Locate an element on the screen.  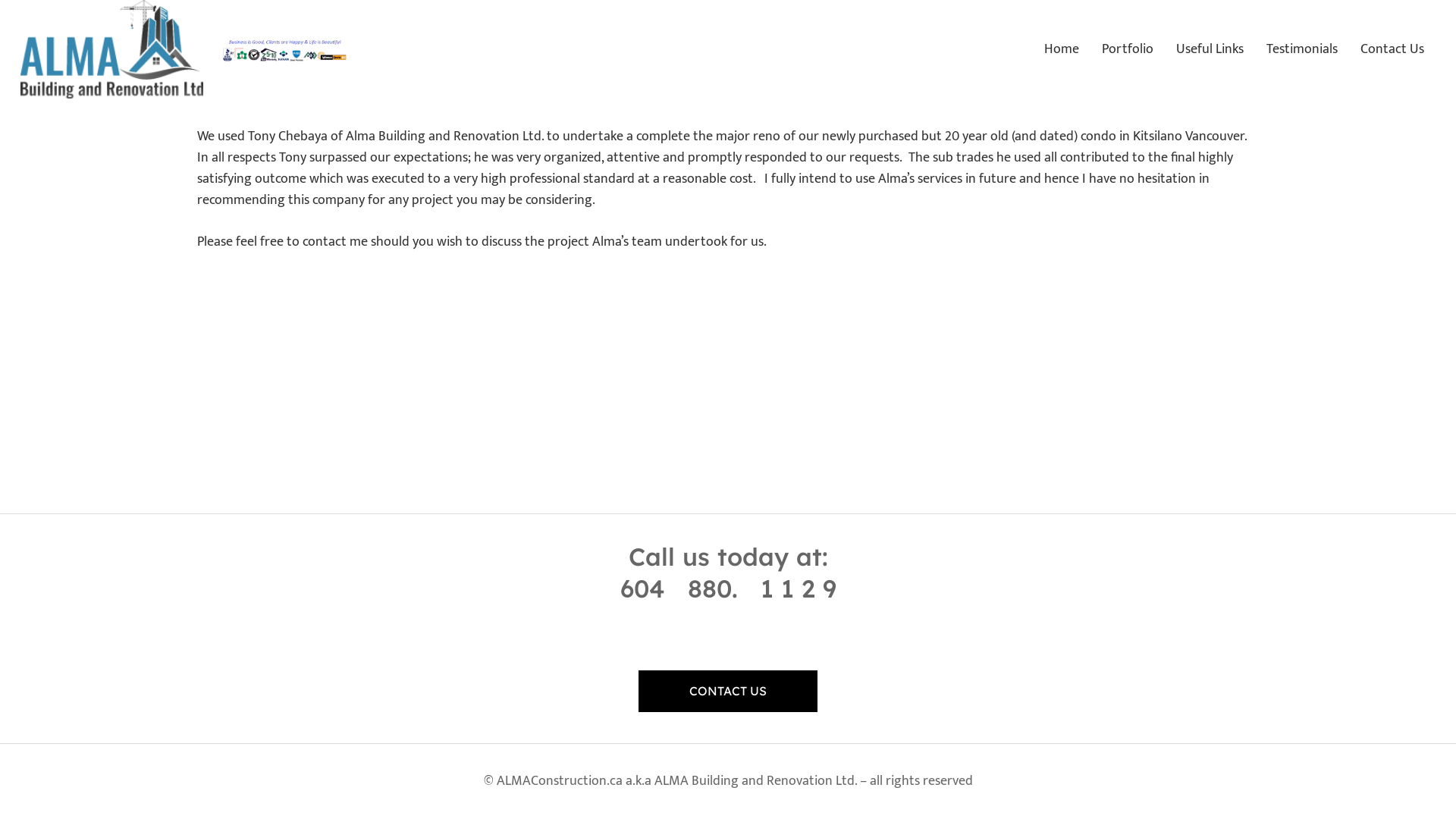
'Portfolio' is located at coordinates (1128, 49).